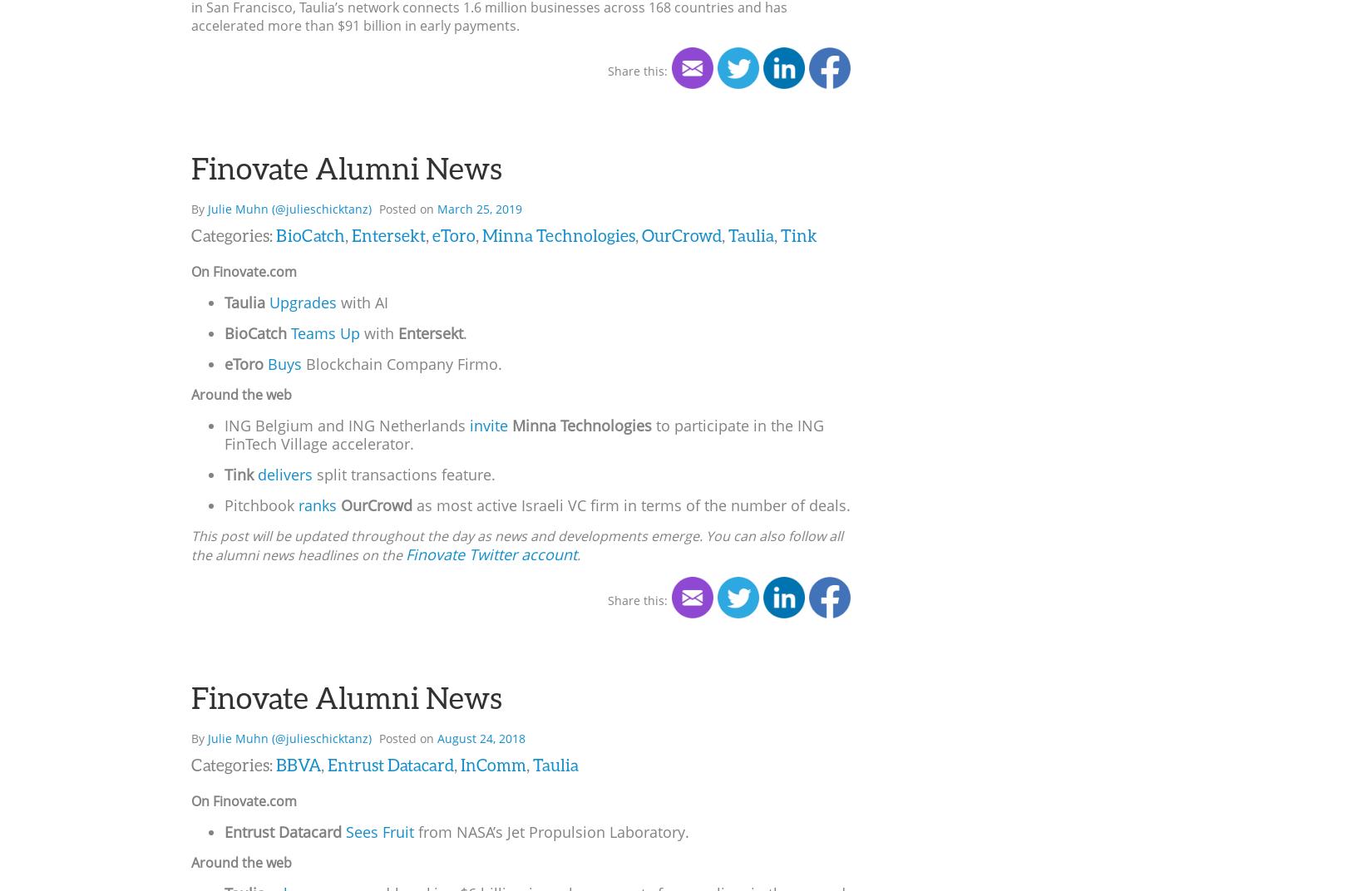 The width and height of the screenshot is (1372, 891). Describe the element at coordinates (401, 362) in the screenshot. I see `'Blockchain Company Firmo.'` at that location.